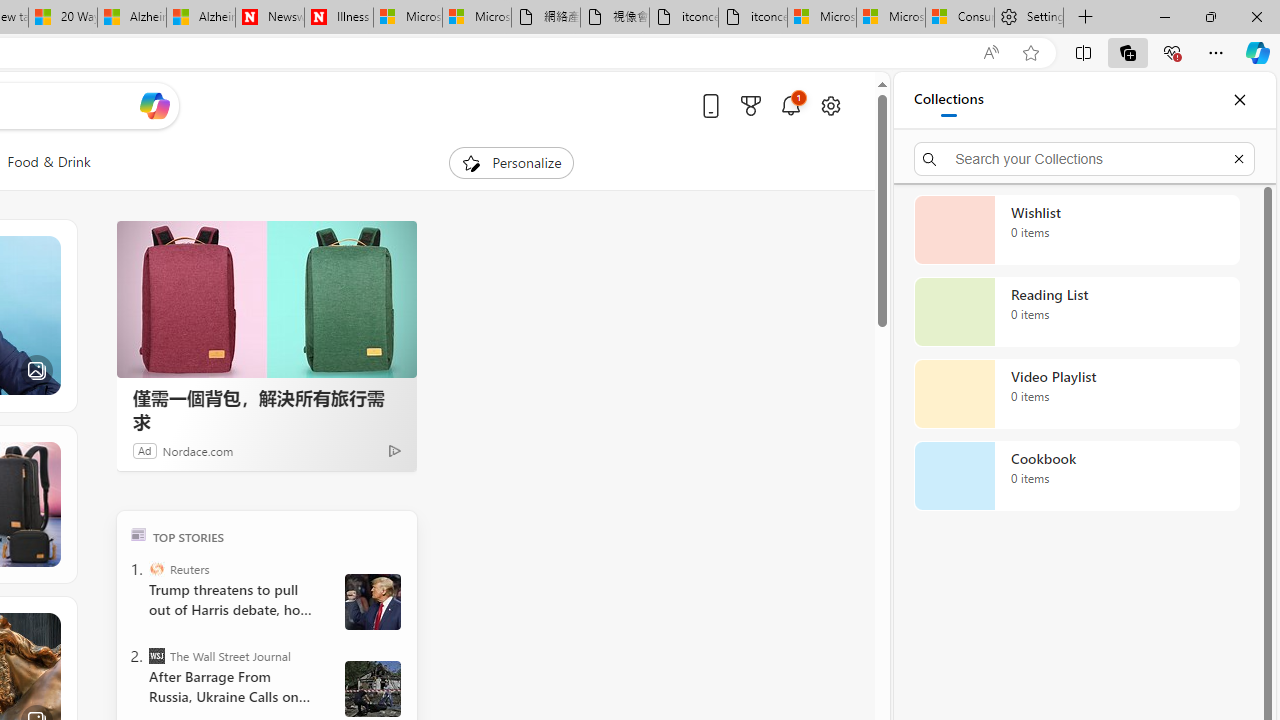 This screenshot has width=1280, height=720. What do you see at coordinates (1076, 394) in the screenshot?
I see `'Video Playlist collection, 0 items'` at bounding box center [1076, 394].